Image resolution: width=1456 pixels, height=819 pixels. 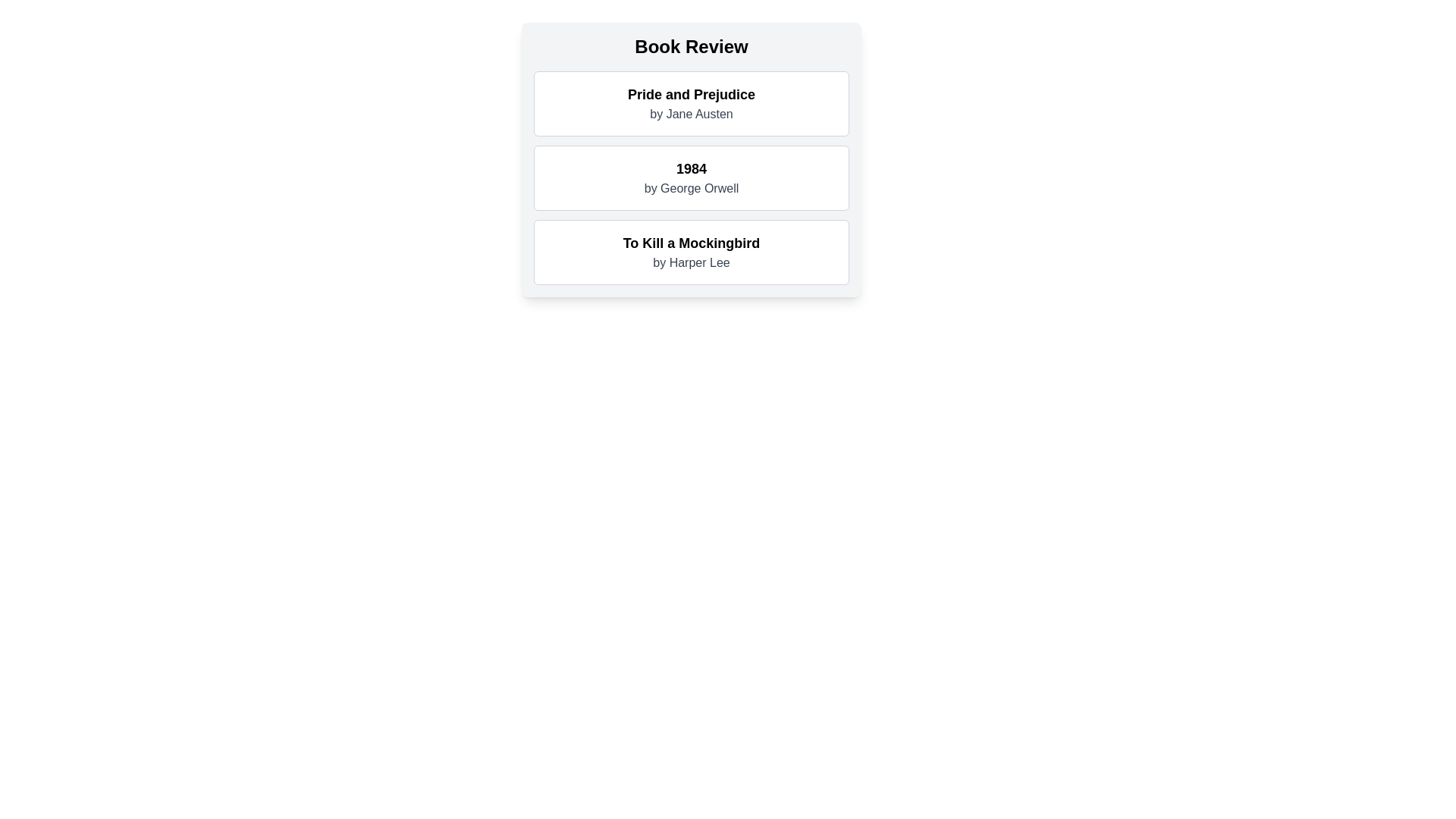 I want to click on the text label reading 'by Jane Austen.' which is styled in light gray color and positioned directly beneath the title 'Pride and Prejudice.', so click(x=691, y=113).